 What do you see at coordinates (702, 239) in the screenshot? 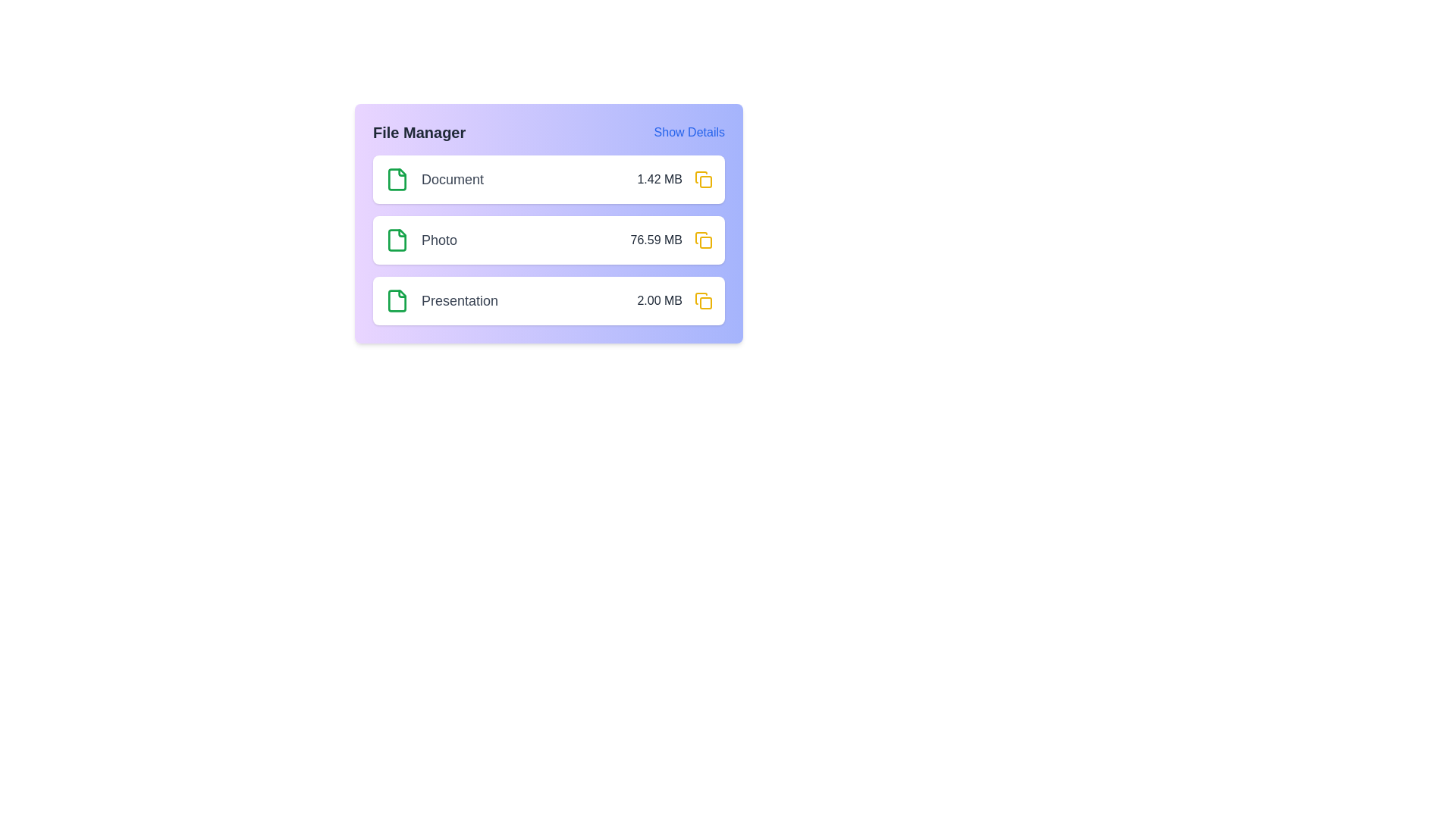
I see `the icon button located in the second row of the 'File Manager' panel, to the right of the text 'Photo' and the file size '76.59 MB', to copy the corresponding information` at bounding box center [702, 239].